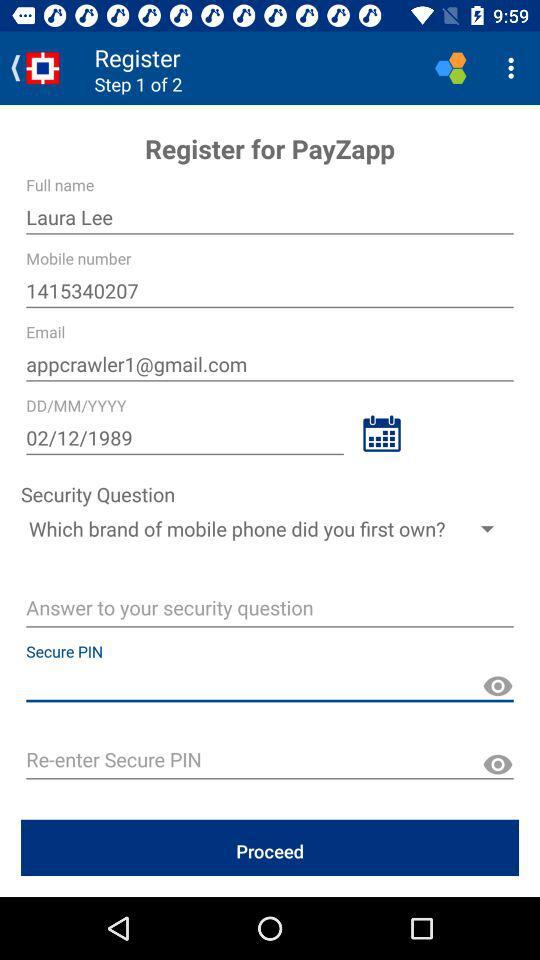 The width and height of the screenshot is (540, 960). I want to click on the logo left side to three dots on top right of page, so click(451, 68).